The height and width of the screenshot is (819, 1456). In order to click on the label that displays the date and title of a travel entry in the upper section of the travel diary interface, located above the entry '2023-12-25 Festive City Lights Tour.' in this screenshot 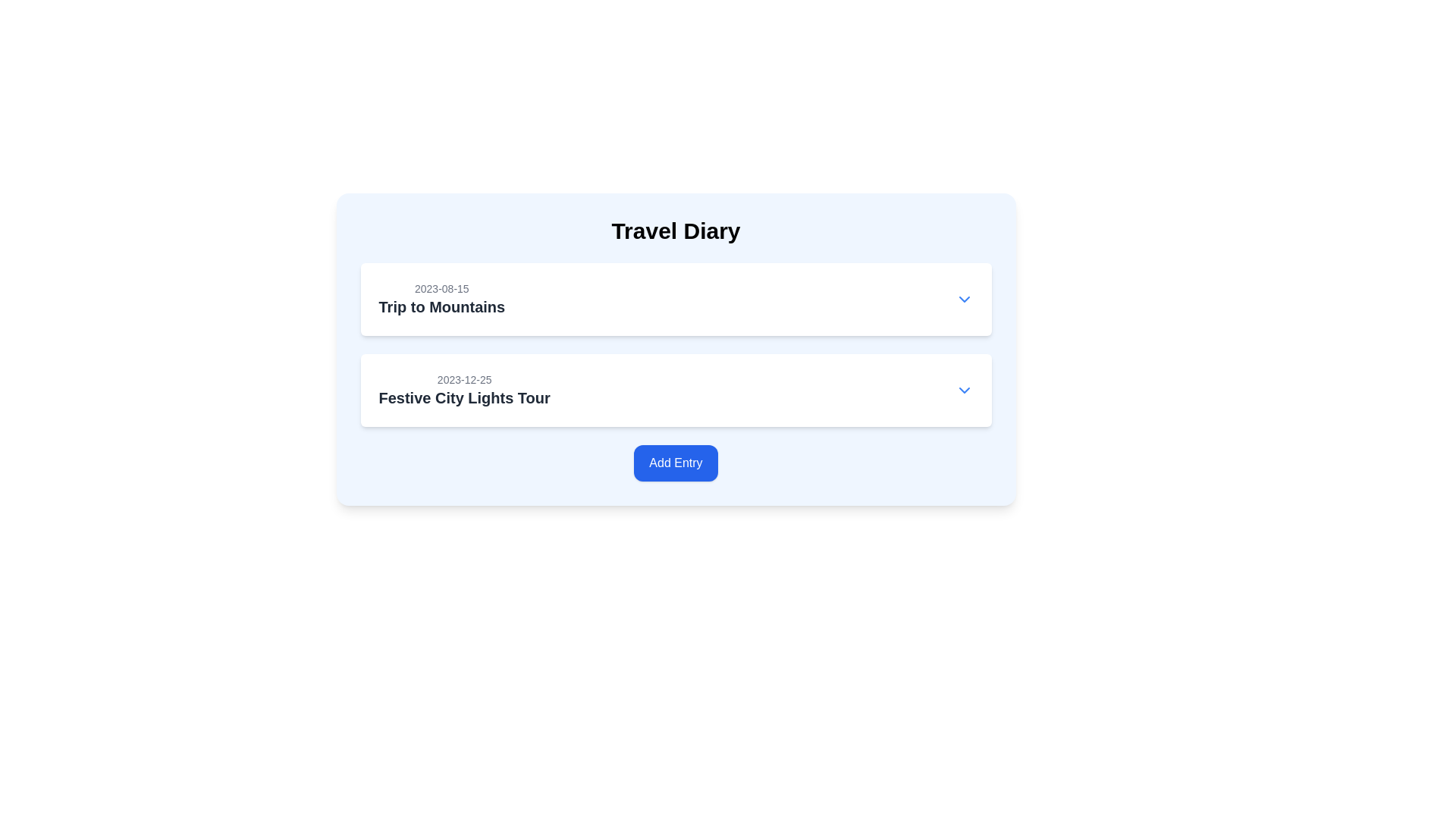, I will do `click(441, 299)`.